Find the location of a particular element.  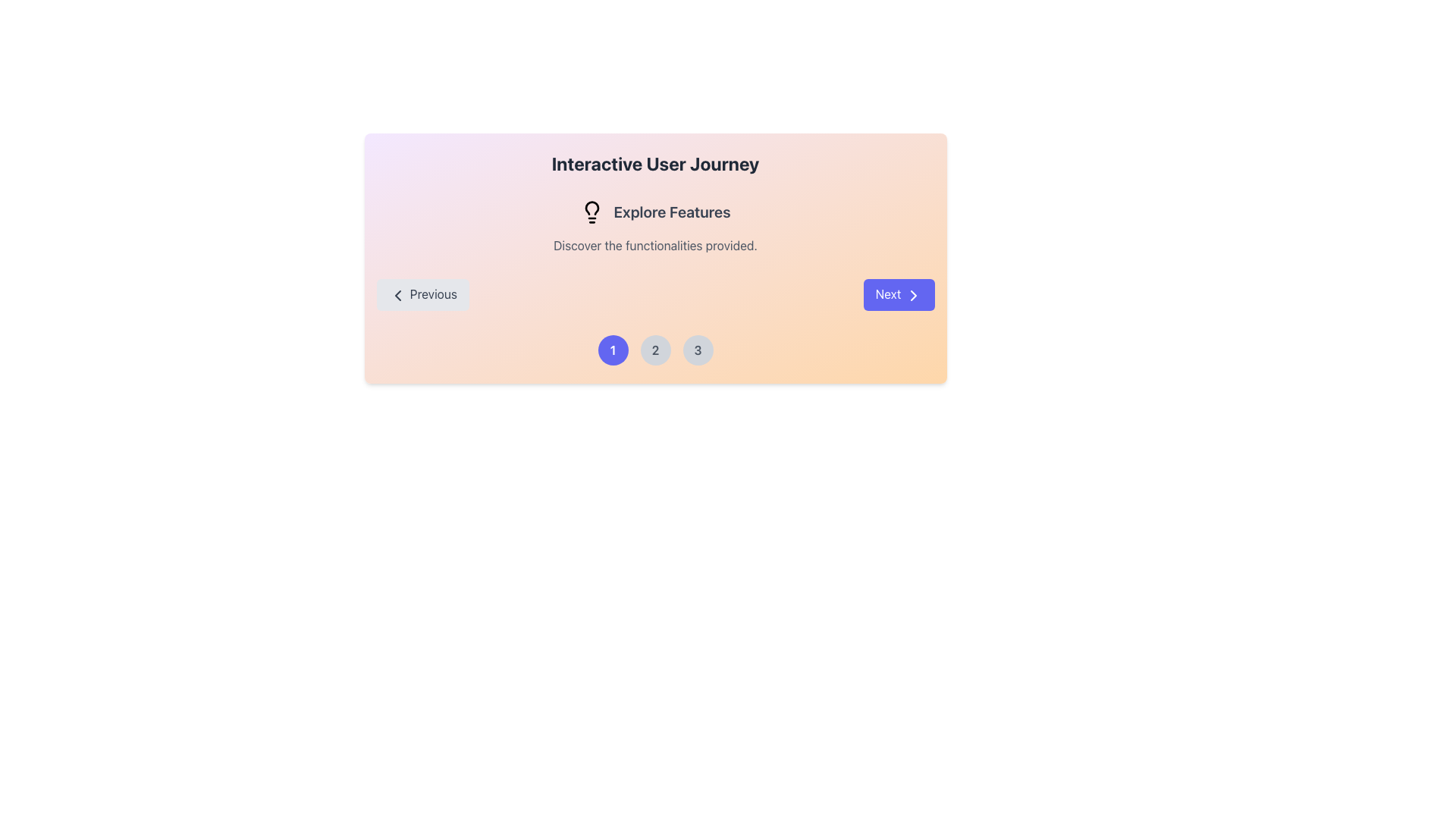

the circular button displaying the number '3' with a light gray background is located at coordinates (697, 350).